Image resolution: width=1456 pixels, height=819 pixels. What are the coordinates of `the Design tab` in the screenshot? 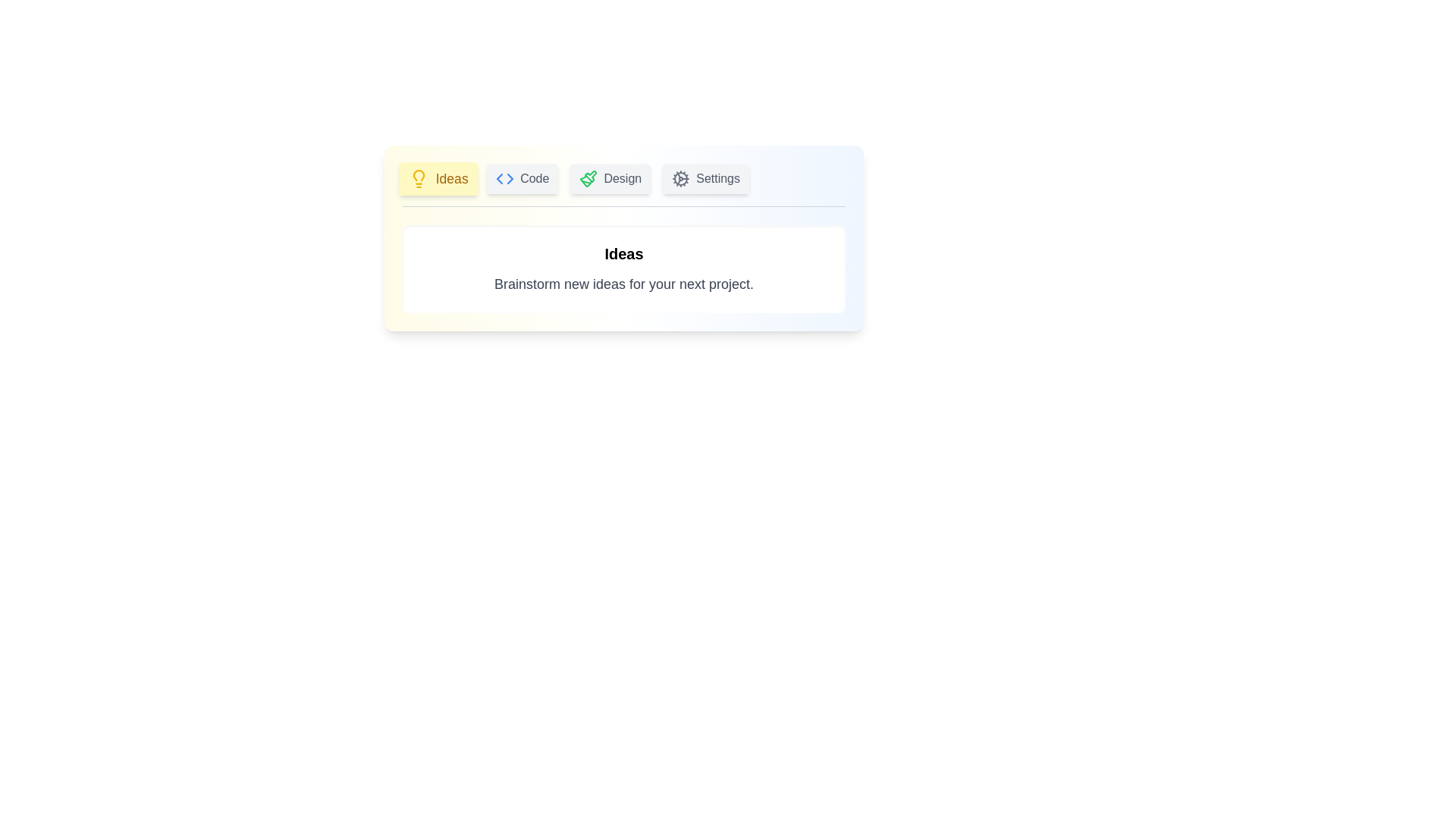 It's located at (610, 177).